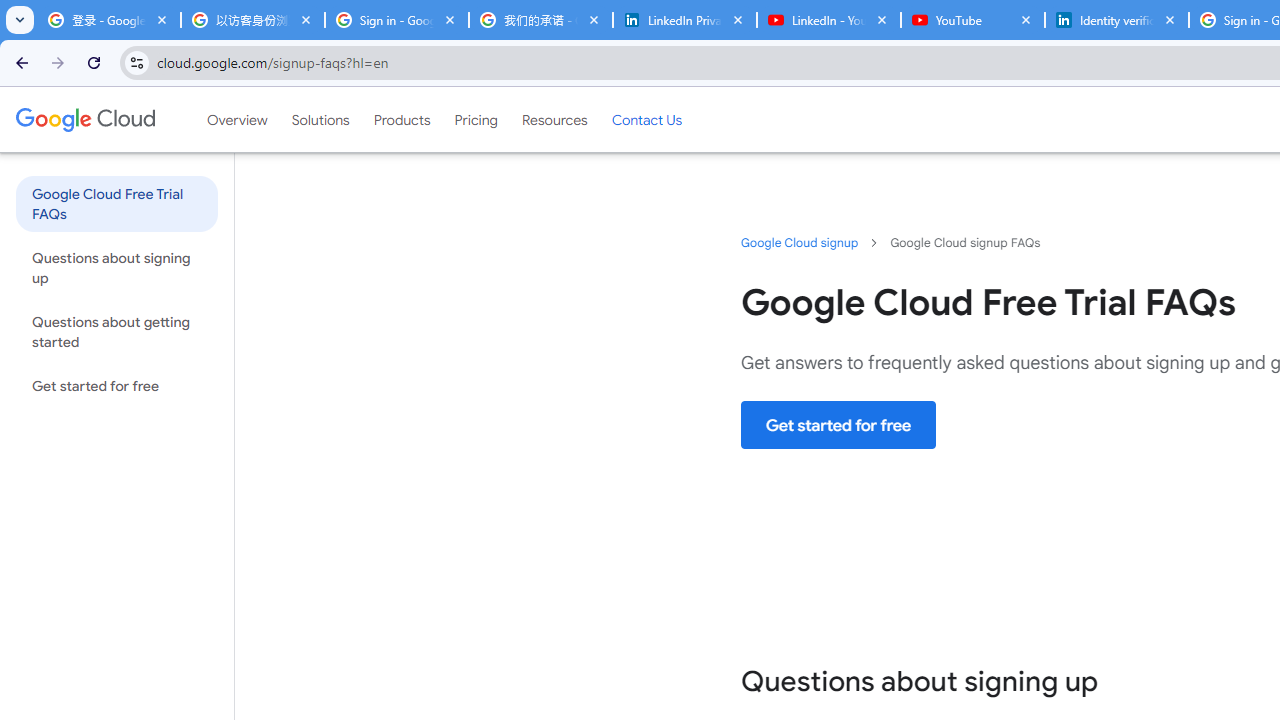 The width and height of the screenshot is (1280, 720). I want to click on 'Google Cloud', so click(84, 119).